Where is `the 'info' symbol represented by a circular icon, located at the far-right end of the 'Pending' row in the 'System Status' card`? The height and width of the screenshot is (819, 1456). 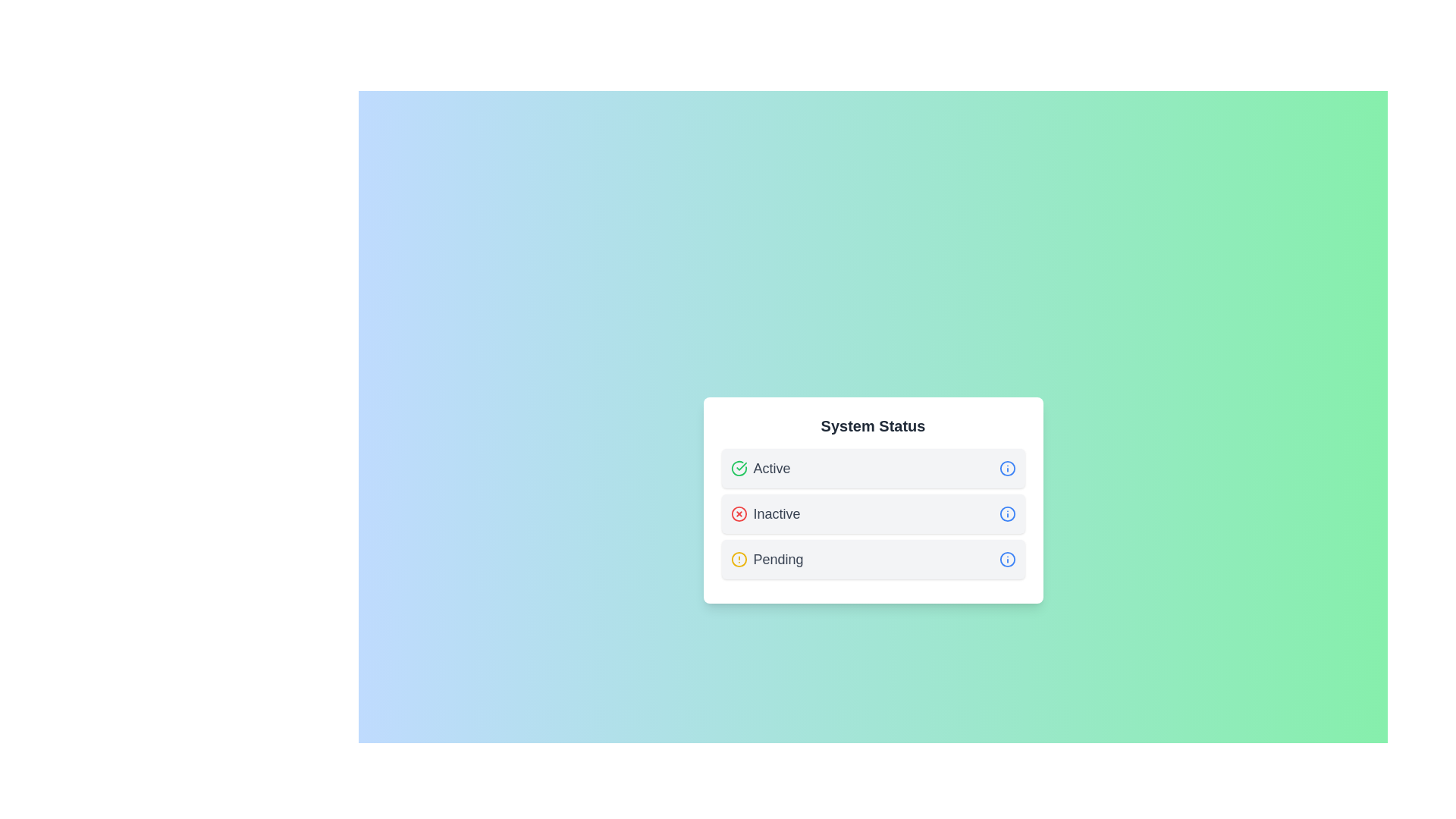 the 'info' symbol represented by a circular icon, located at the far-right end of the 'Pending' row in the 'System Status' card is located at coordinates (1007, 559).